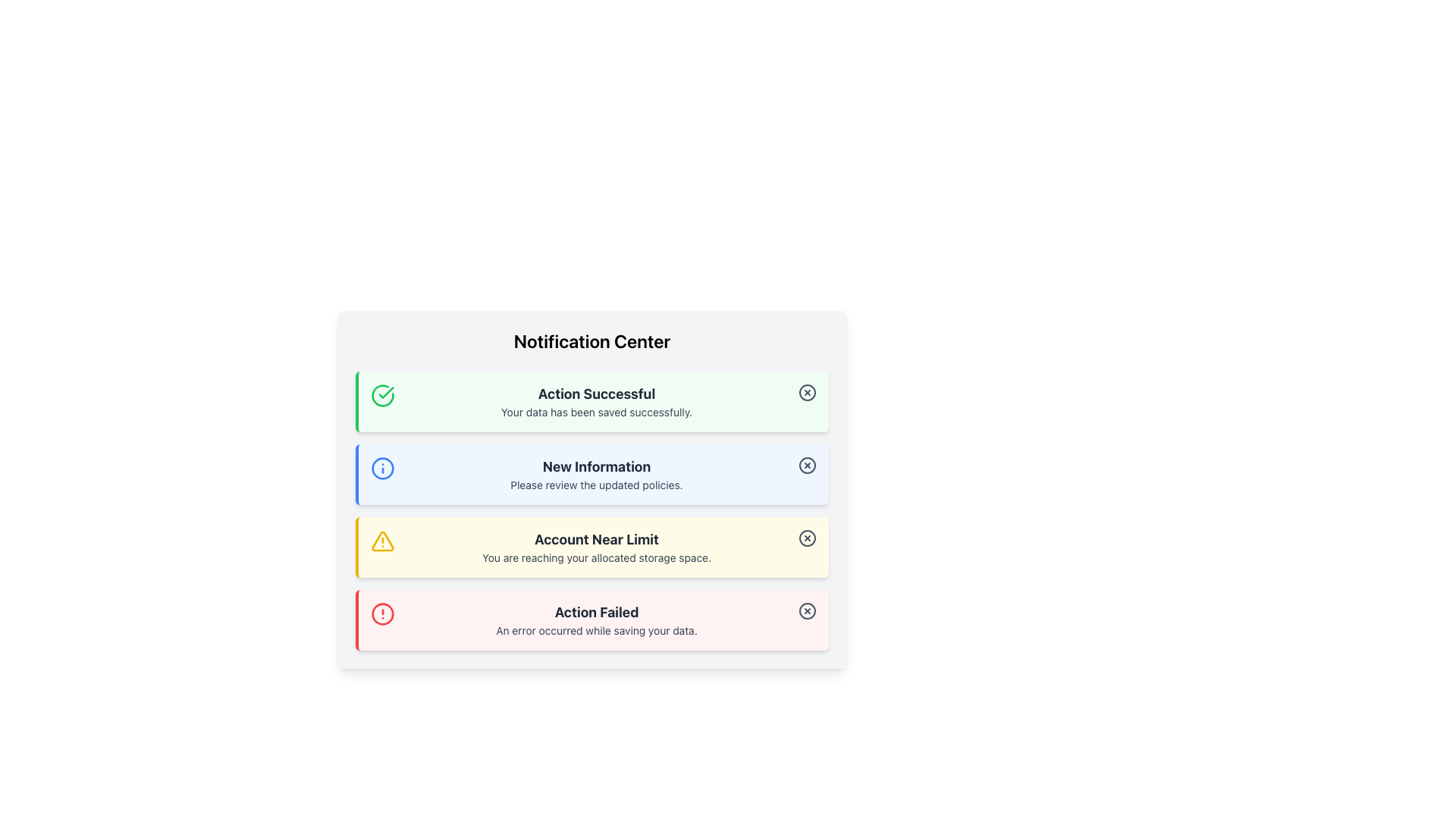  I want to click on the text line that reads 'You are reaching your allocated storage space.' which is located below the bold headline 'Account Near Limit' within a yellow background section, so click(596, 558).